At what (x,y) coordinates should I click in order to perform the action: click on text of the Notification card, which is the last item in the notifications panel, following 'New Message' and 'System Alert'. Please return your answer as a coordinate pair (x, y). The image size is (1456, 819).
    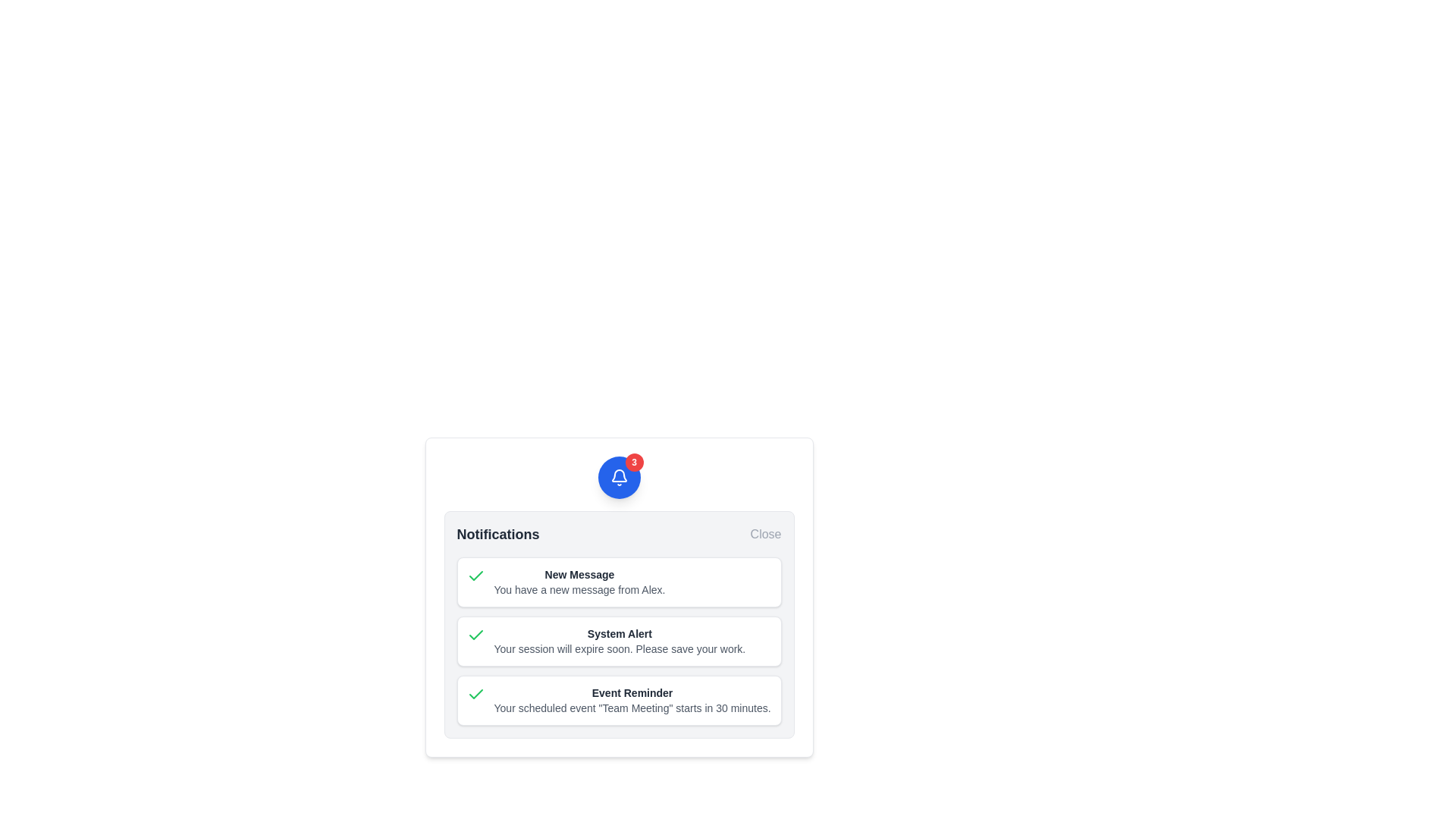
    Looking at the image, I should click on (619, 701).